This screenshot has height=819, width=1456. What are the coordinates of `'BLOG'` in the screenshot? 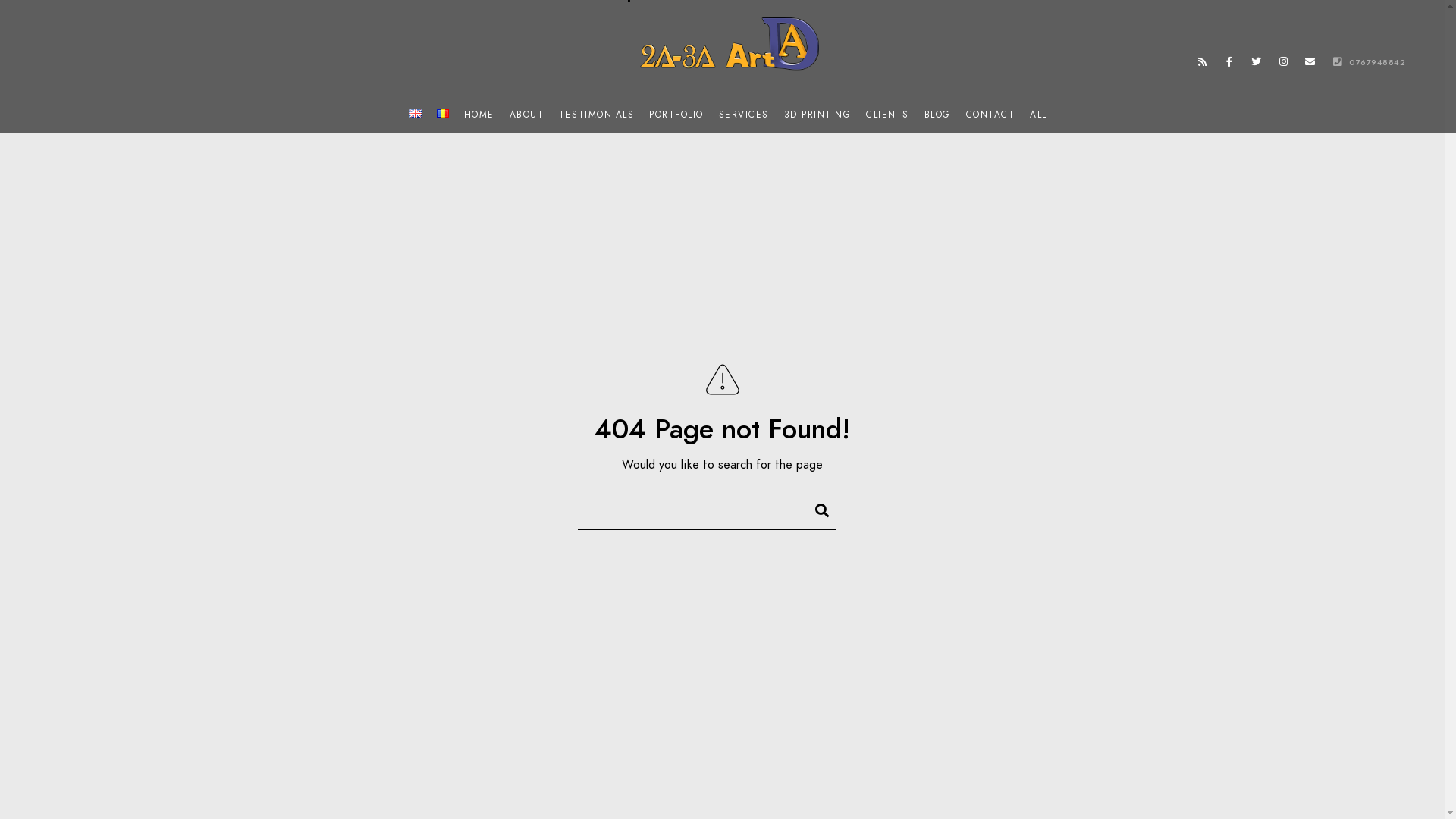 It's located at (936, 113).